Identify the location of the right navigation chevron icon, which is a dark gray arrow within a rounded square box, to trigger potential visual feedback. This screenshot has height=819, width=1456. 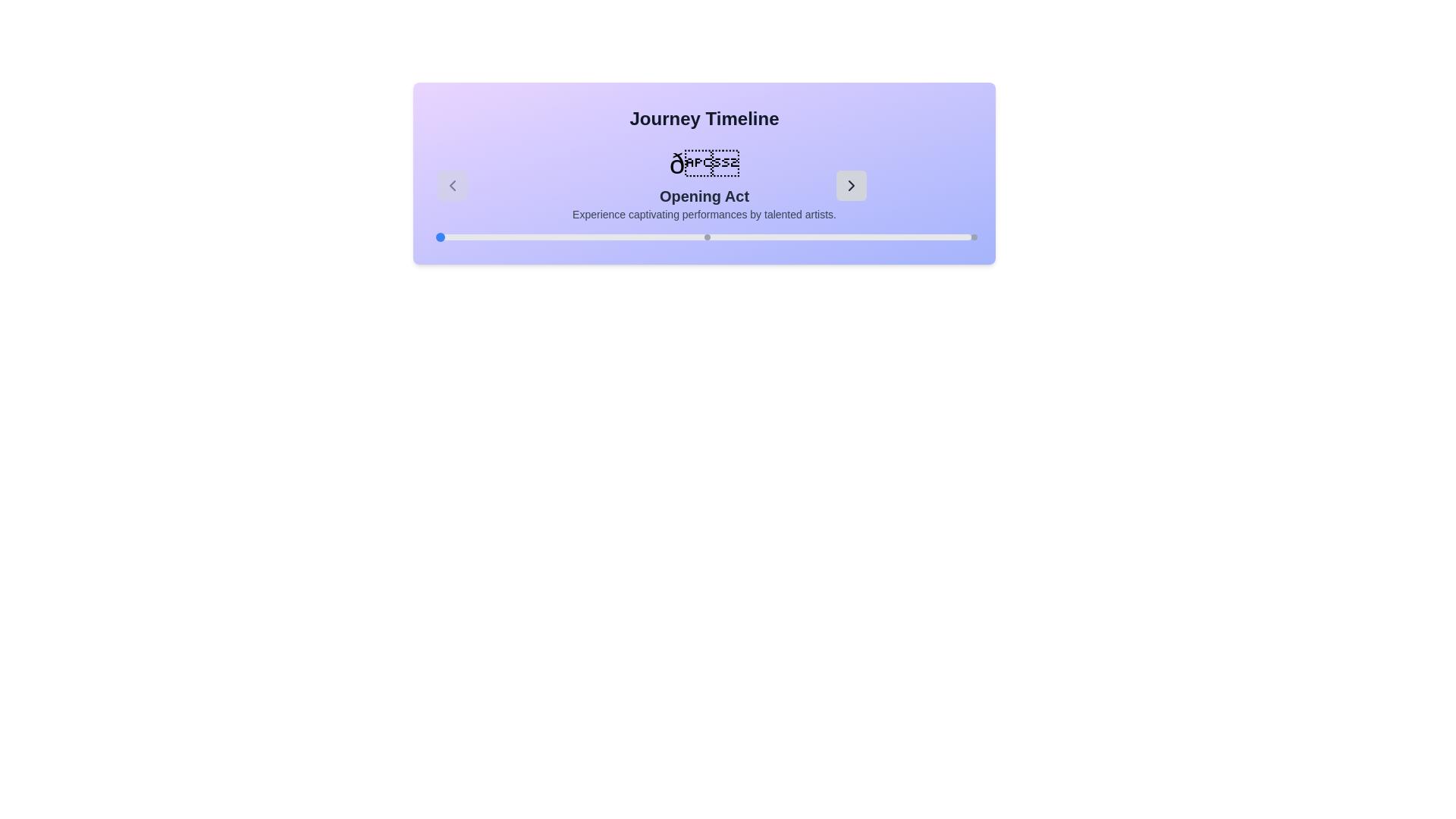
(852, 185).